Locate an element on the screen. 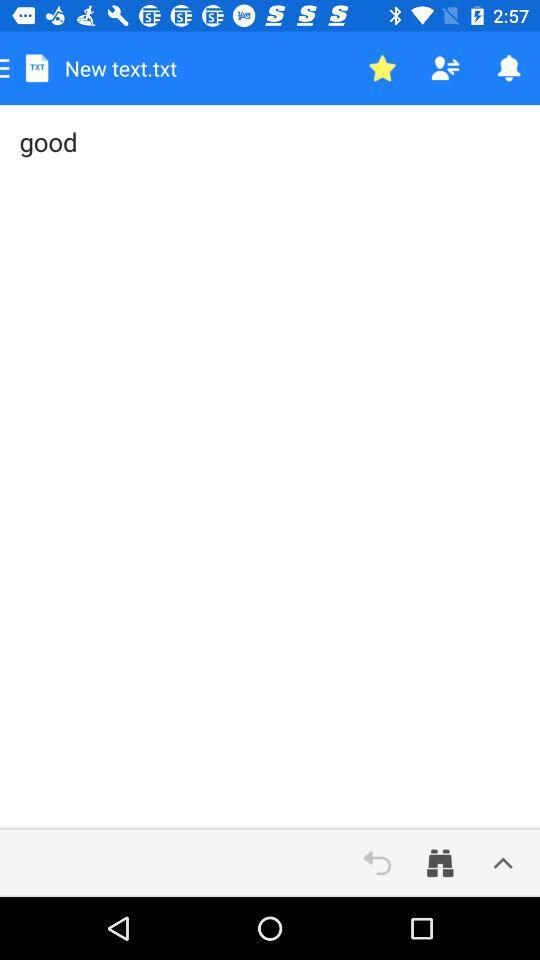  icon below the good item is located at coordinates (502, 862).